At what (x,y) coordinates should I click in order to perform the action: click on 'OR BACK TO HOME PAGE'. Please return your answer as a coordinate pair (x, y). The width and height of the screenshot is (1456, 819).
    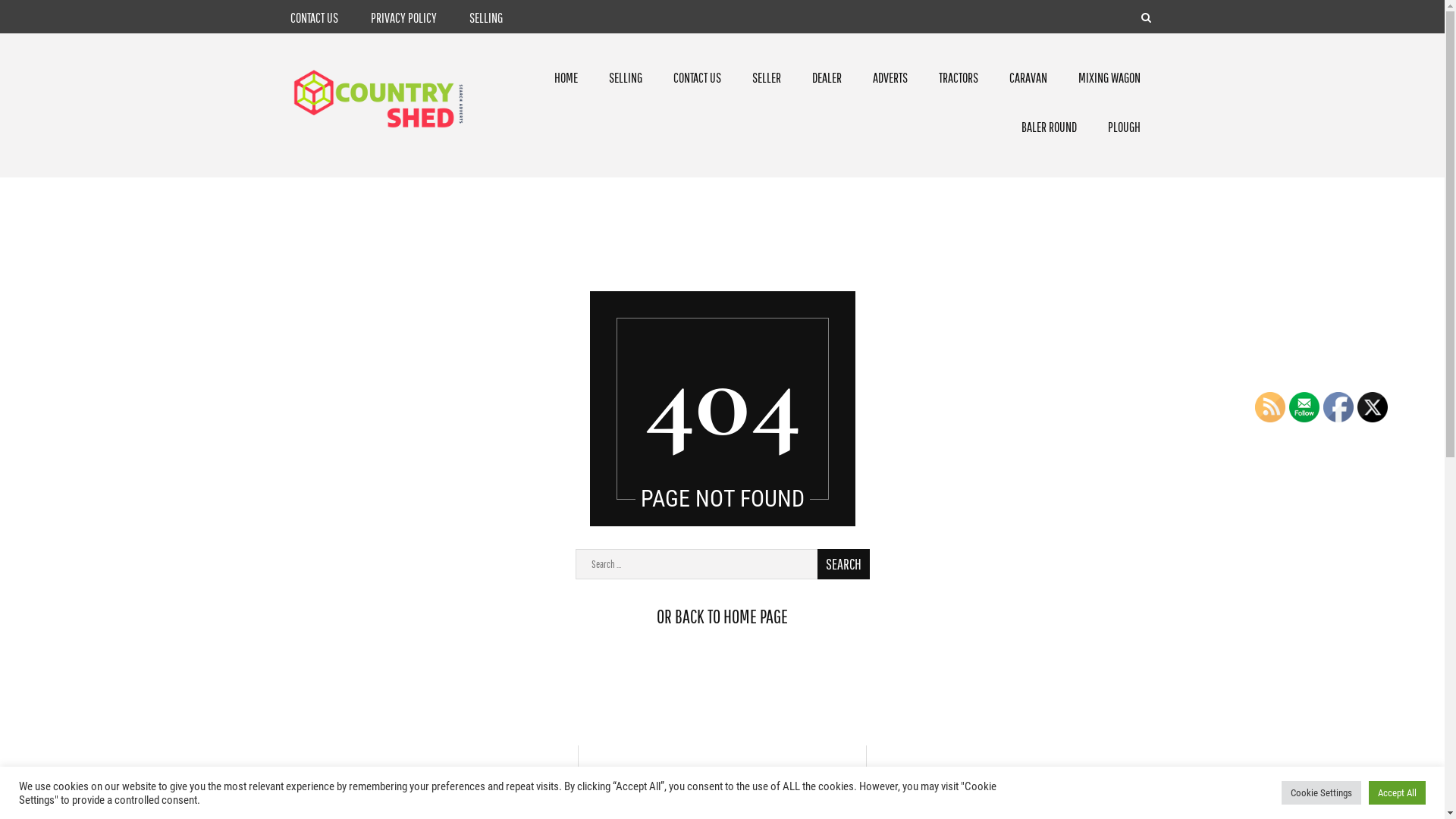
    Looking at the image, I should click on (721, 616).